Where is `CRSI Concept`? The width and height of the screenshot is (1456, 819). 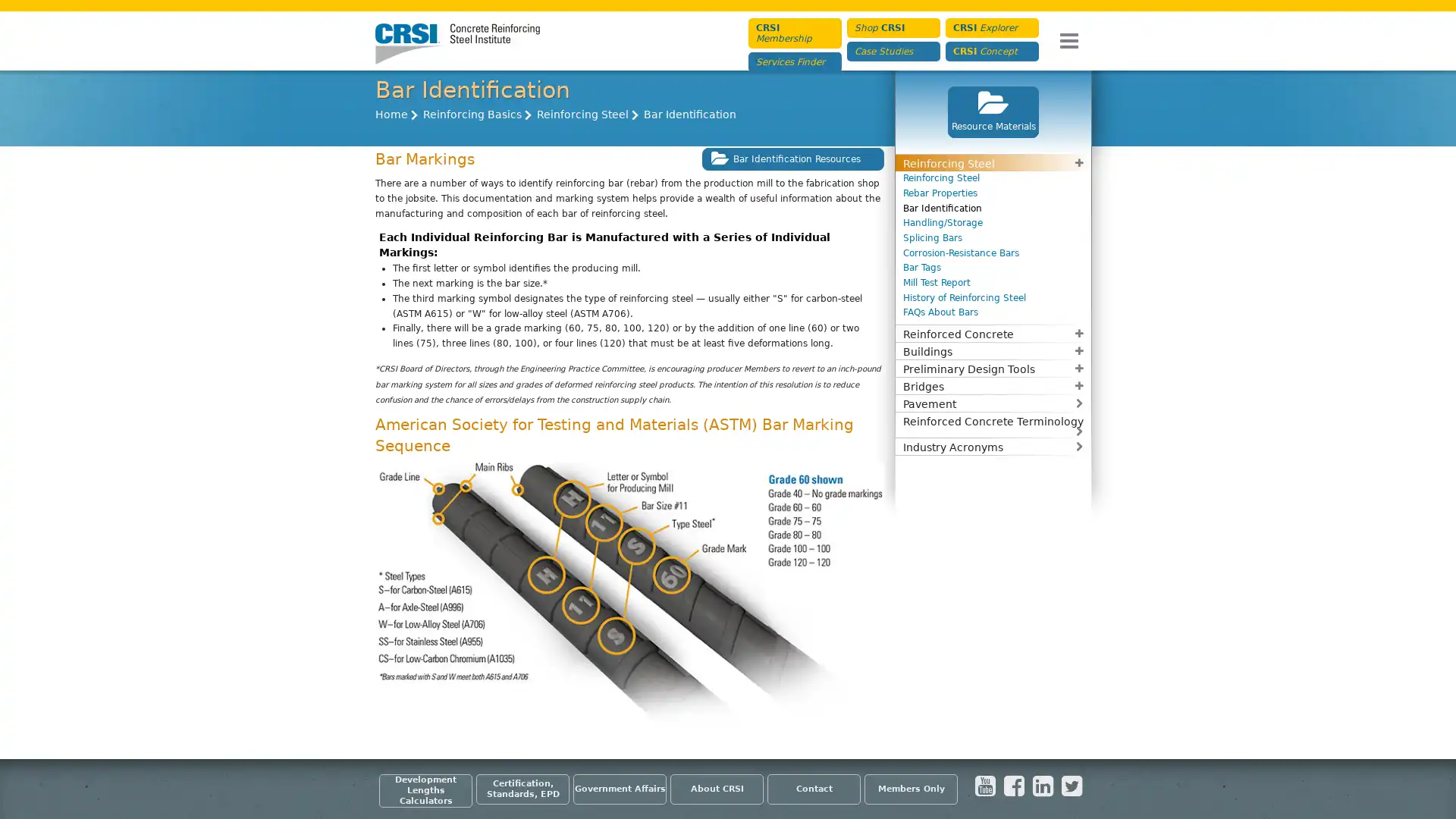
CRSI Concept is located at coordinates (992, 51).